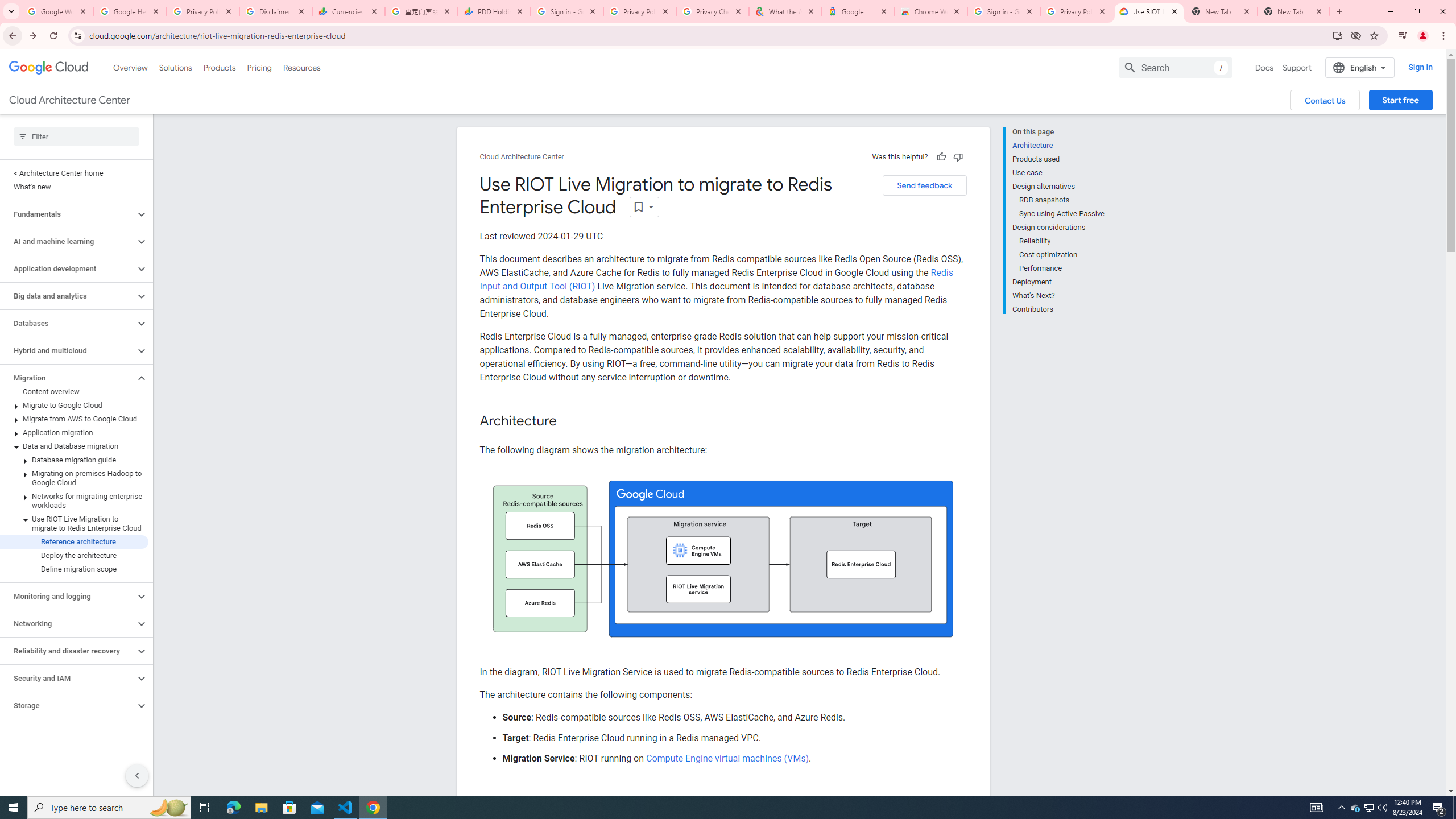 The width and height of the screenshot is (1456, 819). What do you see at coordinates (74, 433) in the screenshot?
I see `'Application migration'` at bounding box center [74, 433].